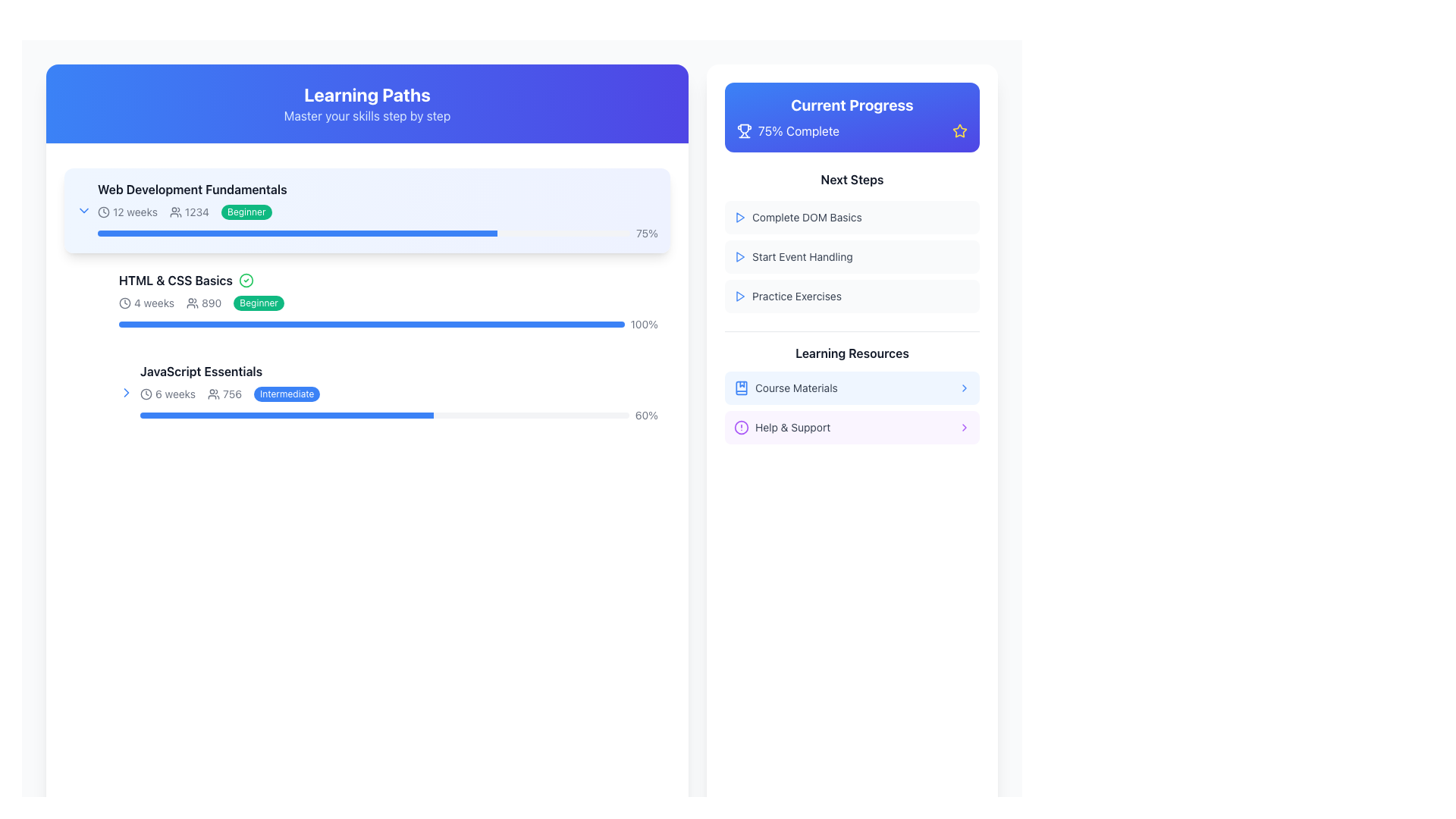 Image resolution: width=1456 pixels, height=819 pixels. I want to click on the circular outline in the clock icon that visually indicates the duration of '12 weeks' in the 'Web Development Fundamentals' section, so click(124, 303).